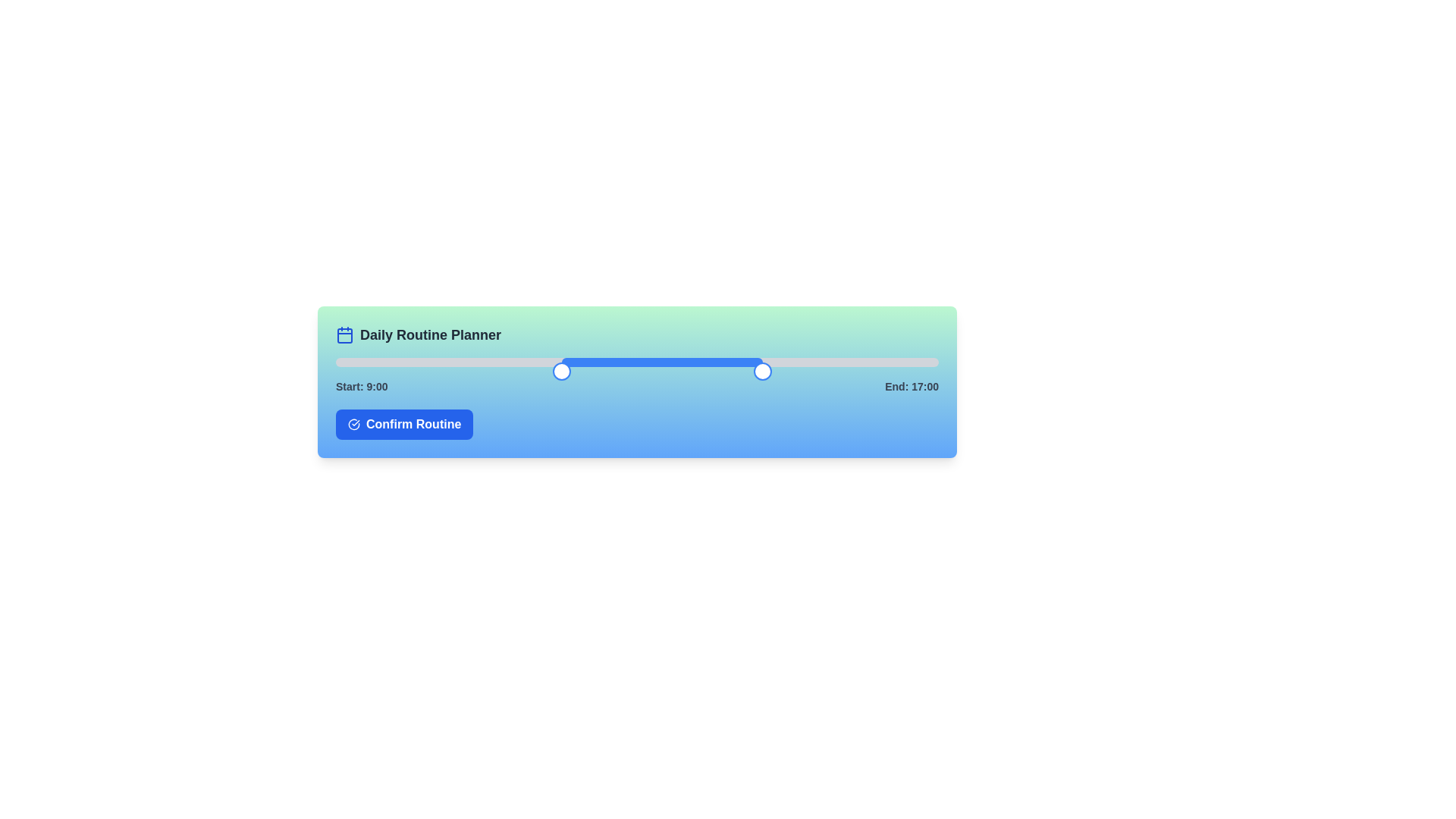  I want to click on the decorative calendar icon representing the 'Daily Routine Planner' section, located at the top-left corner adjacent to the title text, so click(344, 334).